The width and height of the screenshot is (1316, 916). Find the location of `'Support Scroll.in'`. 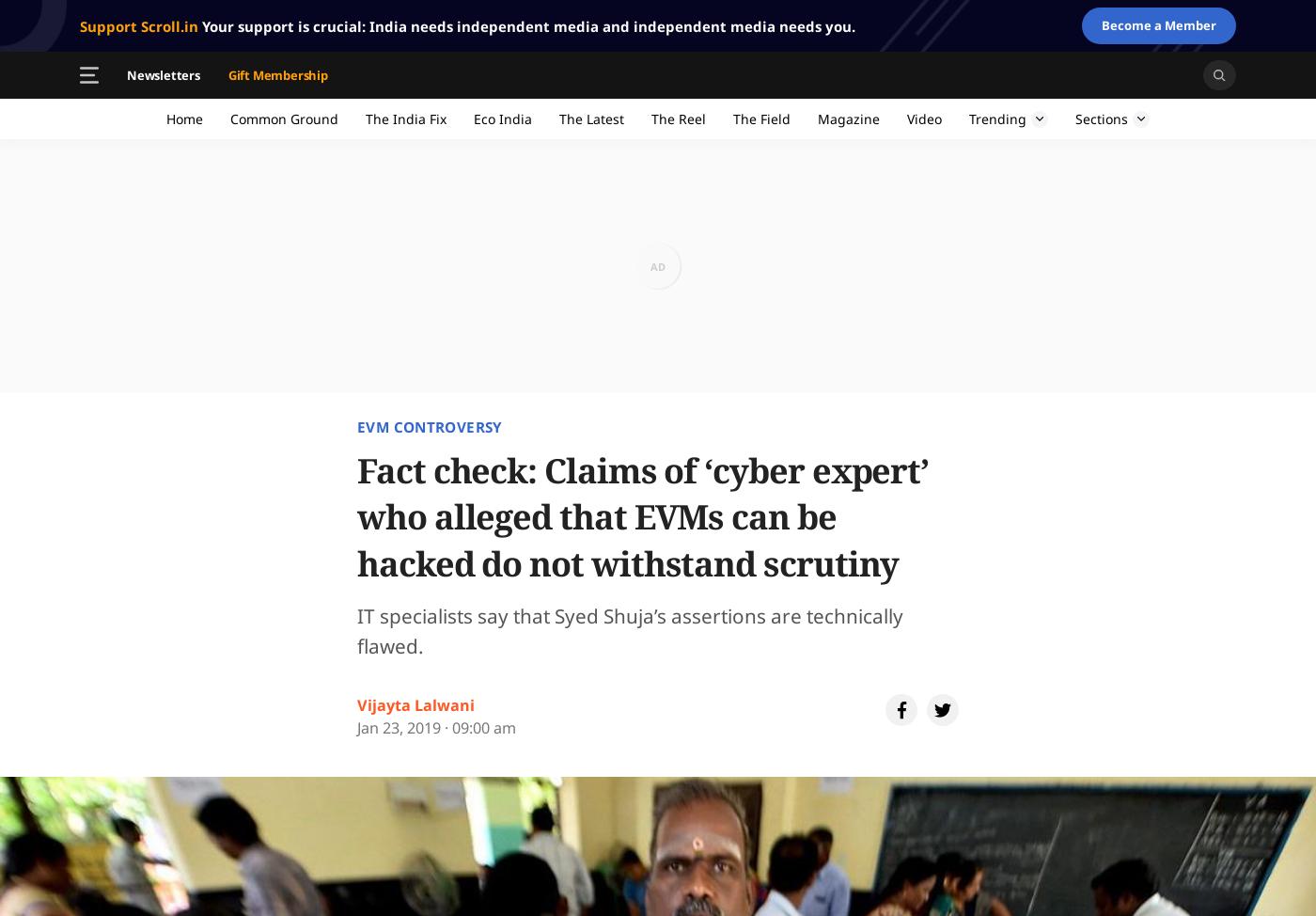

'Support Scroll.in' is located at coordinates (138, 24).